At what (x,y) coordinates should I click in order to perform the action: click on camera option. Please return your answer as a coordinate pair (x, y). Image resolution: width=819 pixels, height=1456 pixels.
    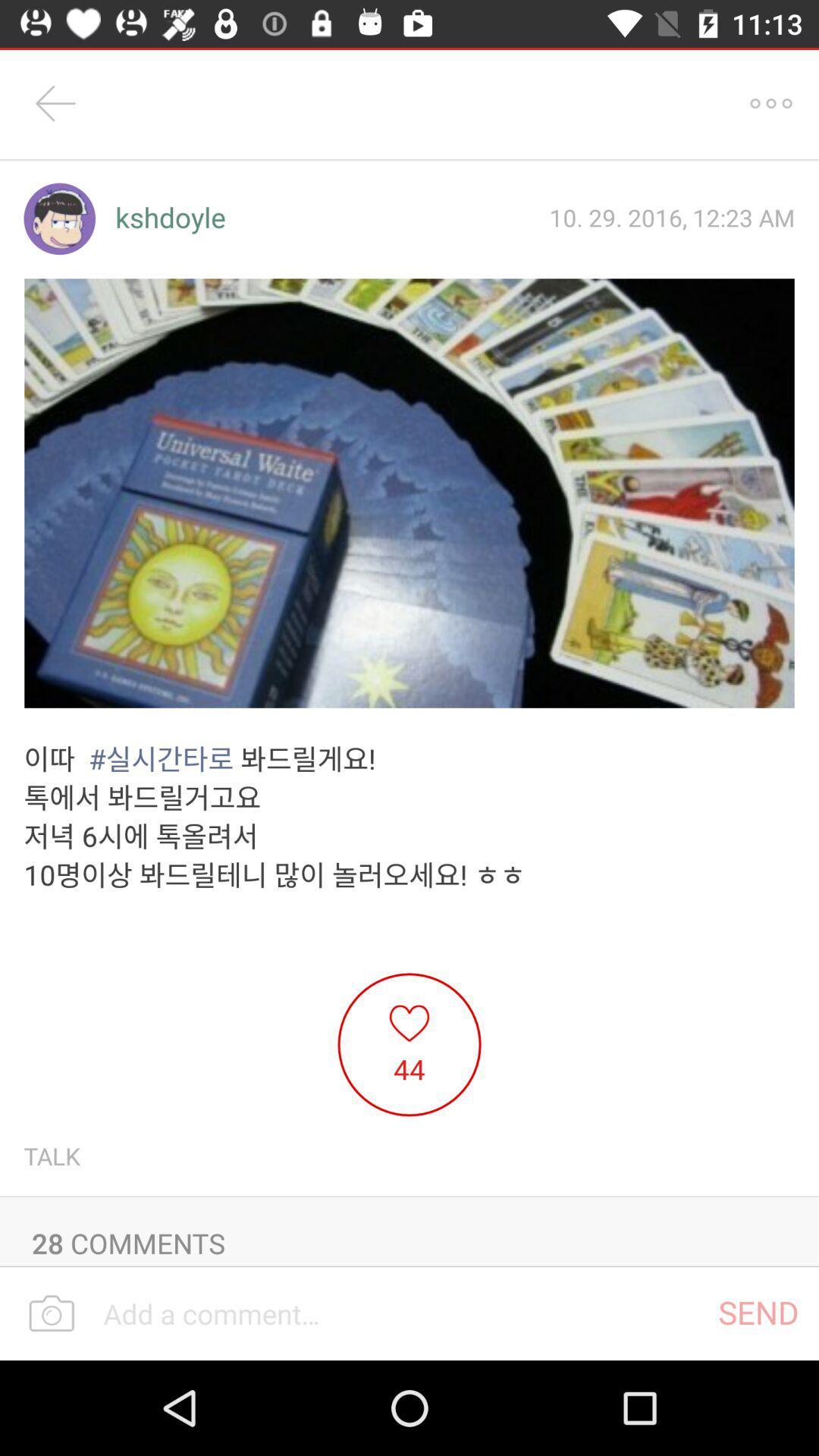
    Looking at the image, I should click on (51, 1313).